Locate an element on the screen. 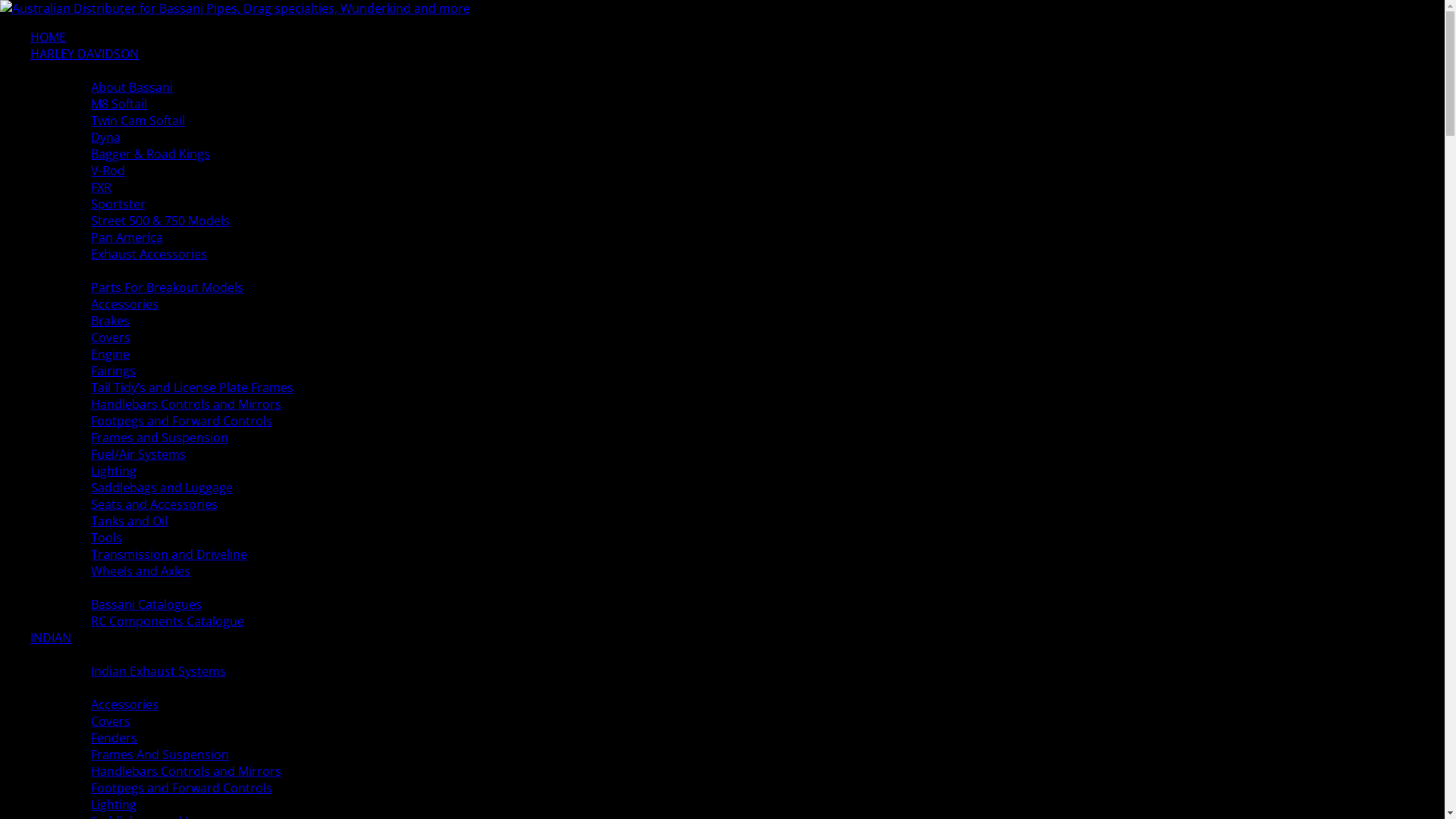 The height and width of the screenshot is (819, 1456). 'Fairings' is located at coordinates (112, 371).